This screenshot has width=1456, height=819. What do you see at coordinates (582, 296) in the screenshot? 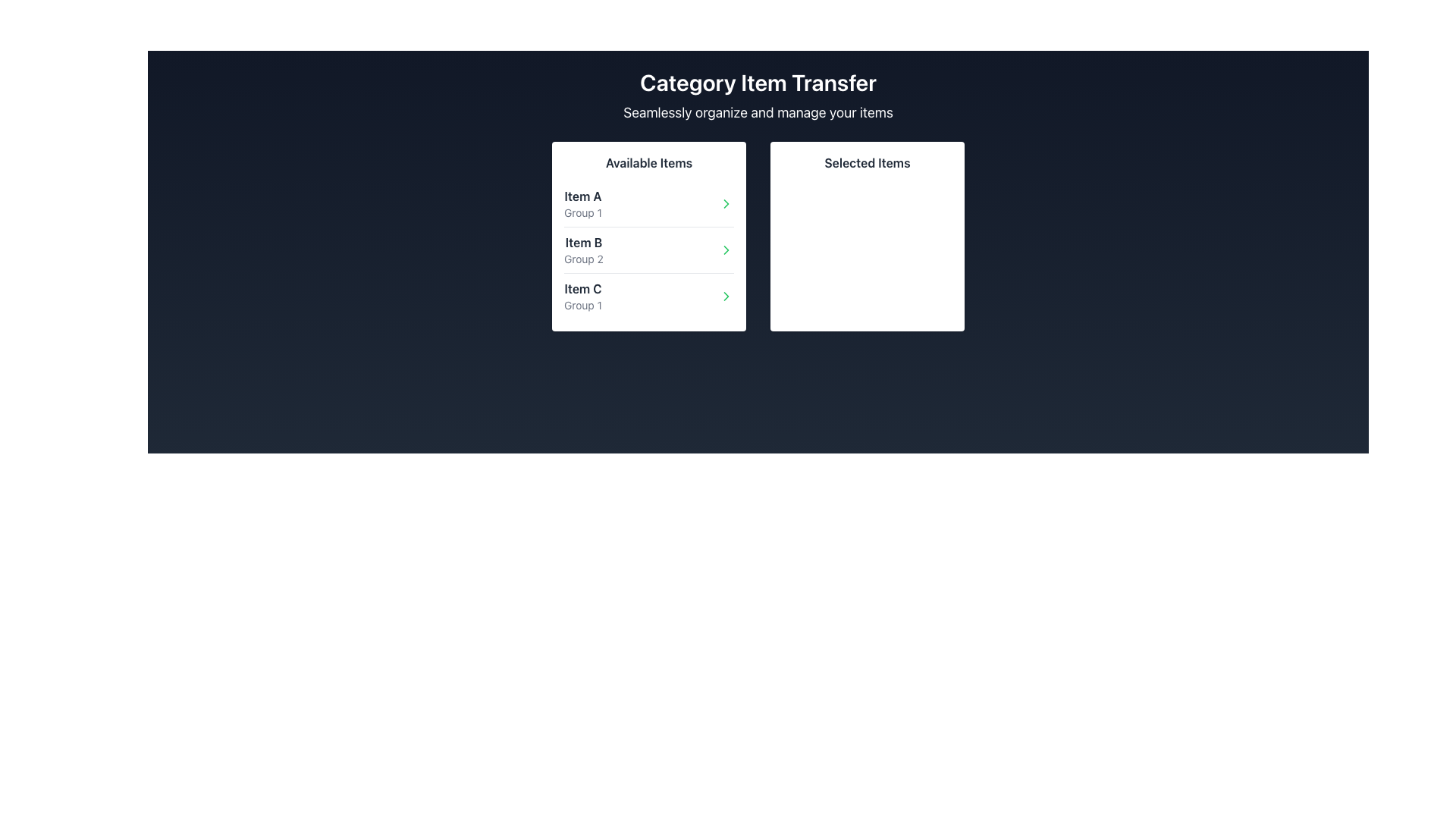
I see `the text label displaying 'Item C'` at bounding box center [582, 296].